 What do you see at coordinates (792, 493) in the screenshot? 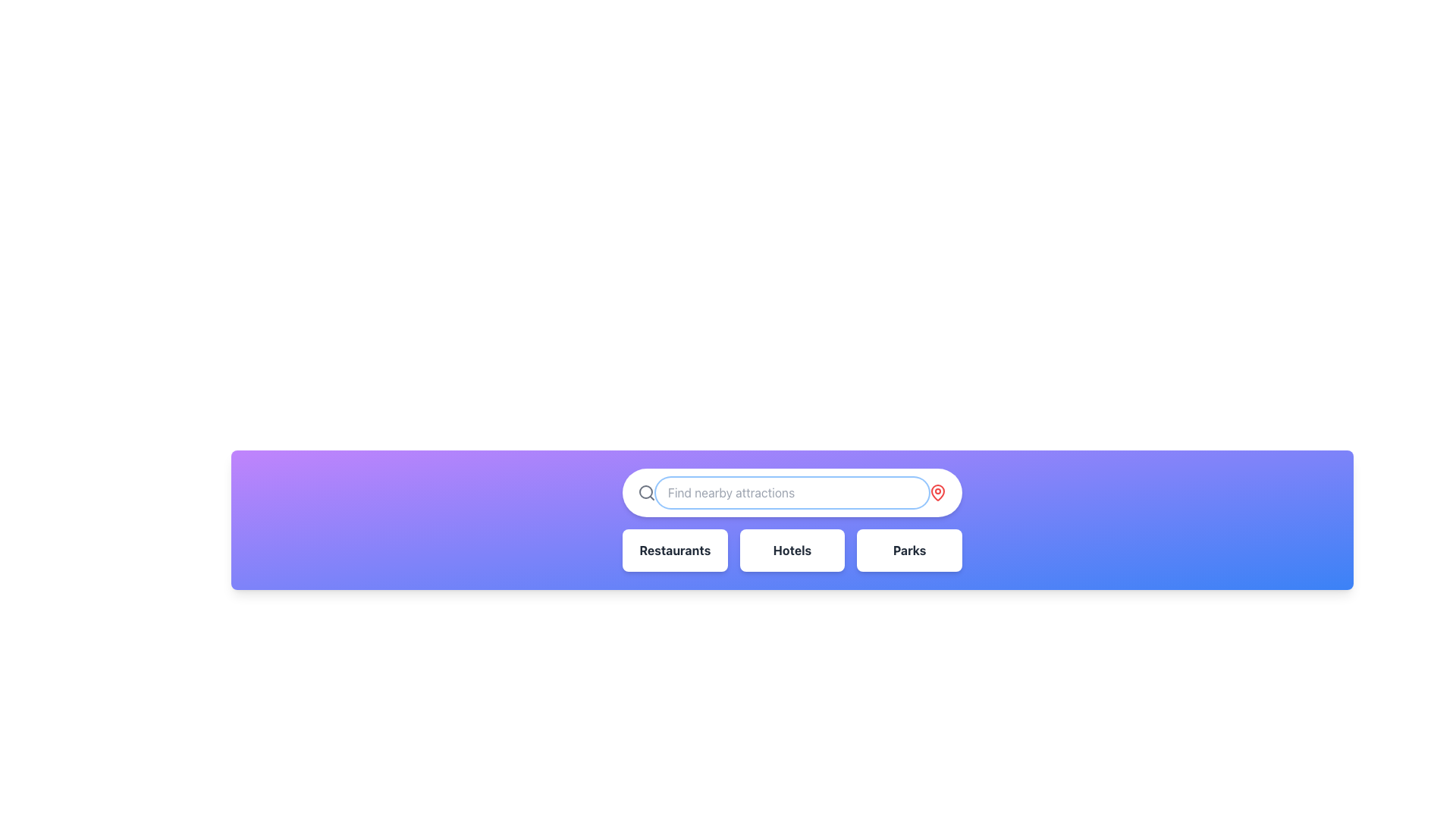
I see `the text input field with rounded corners that has the placeholder 'Find nearby attractions' to focus on it` at bounding box center [792, 493].